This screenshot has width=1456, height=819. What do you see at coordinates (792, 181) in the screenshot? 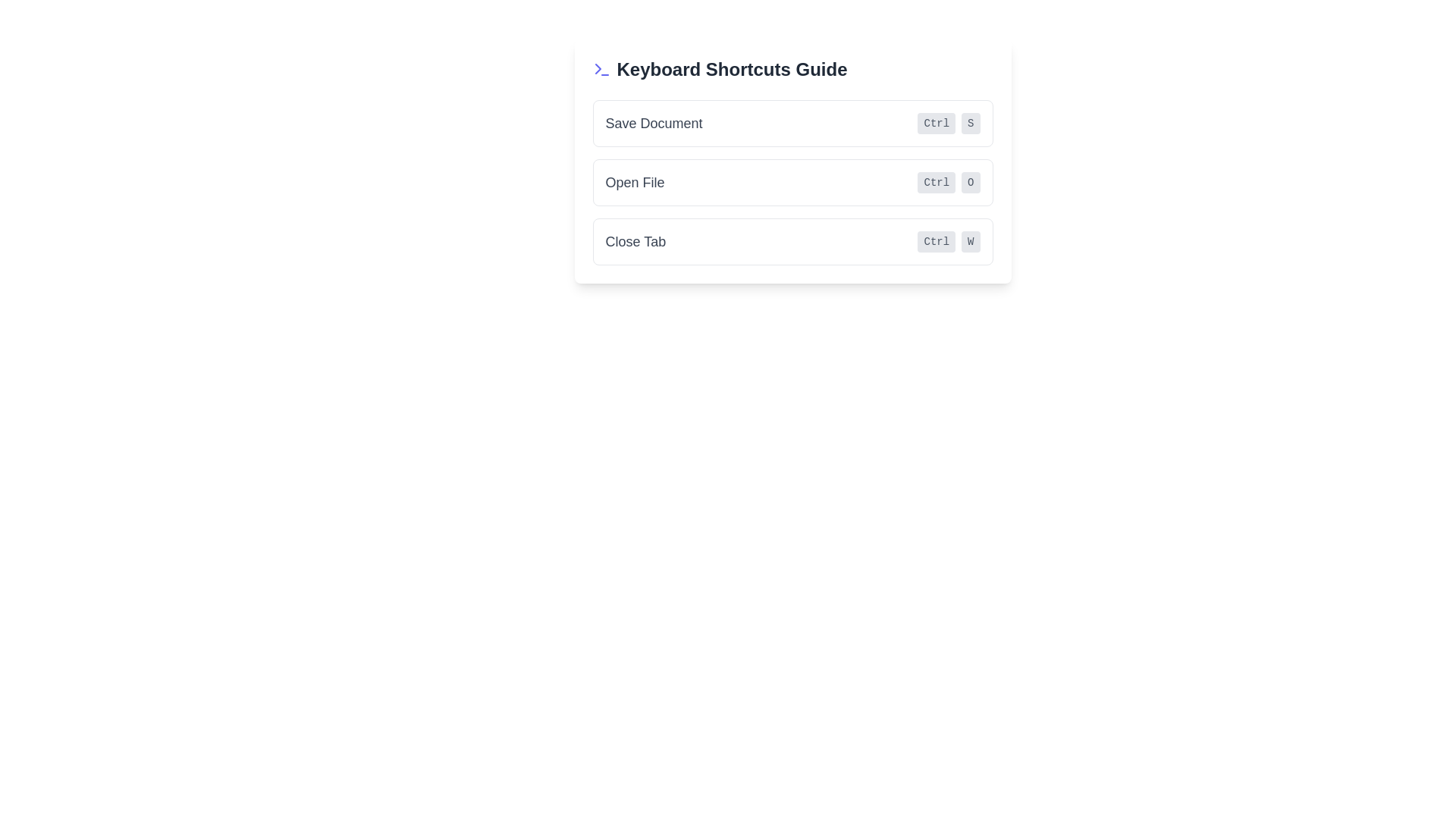
I see `the second list item in the 'Keyboard Shortcuts Guide' that indicates the 'Ctrl + O' combination opens a file` at bounding box center [792, 181].